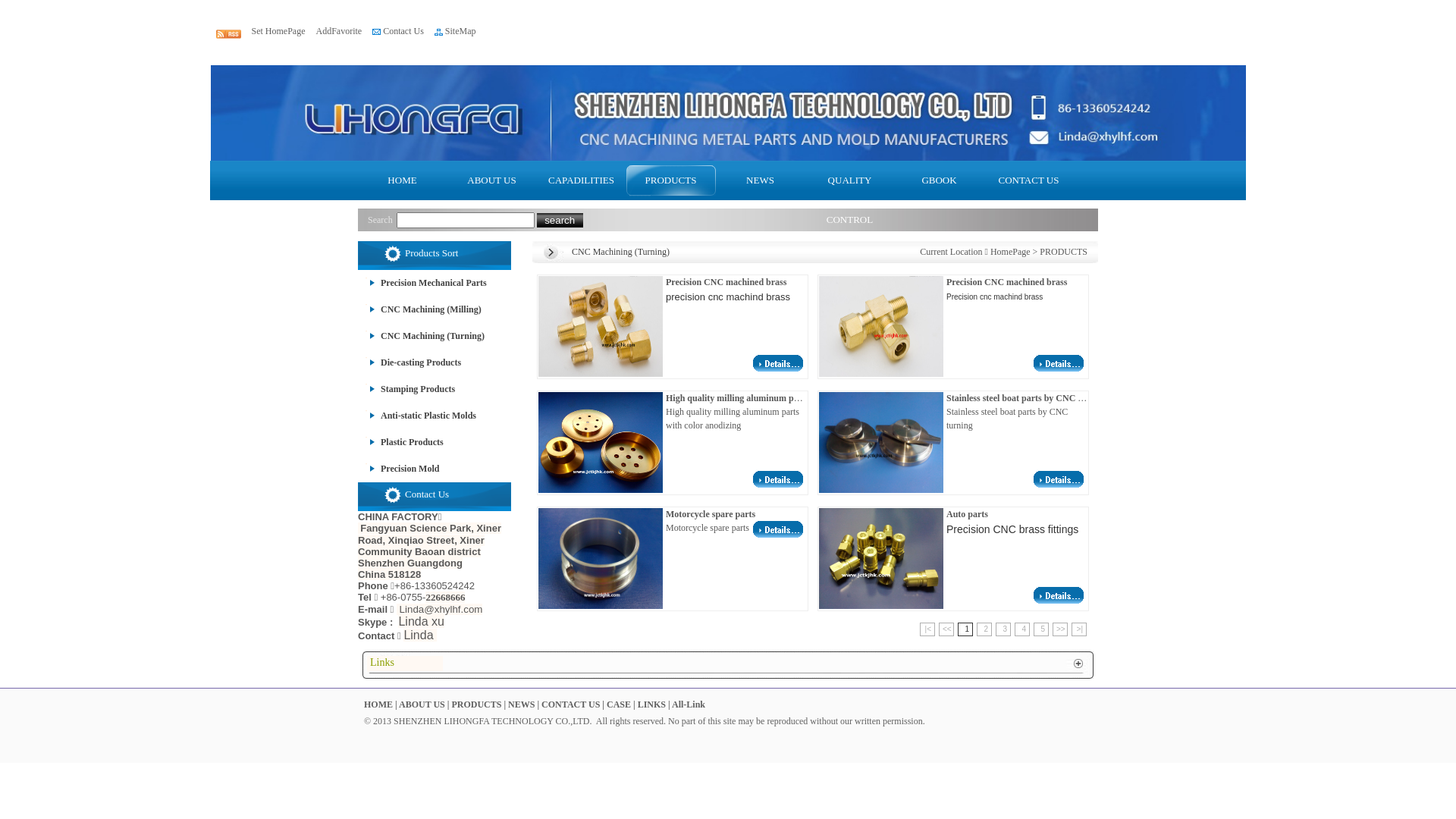 The width and height of the screenshot is (1456, 819). I want to click on 'CASE', so click(619, 704).